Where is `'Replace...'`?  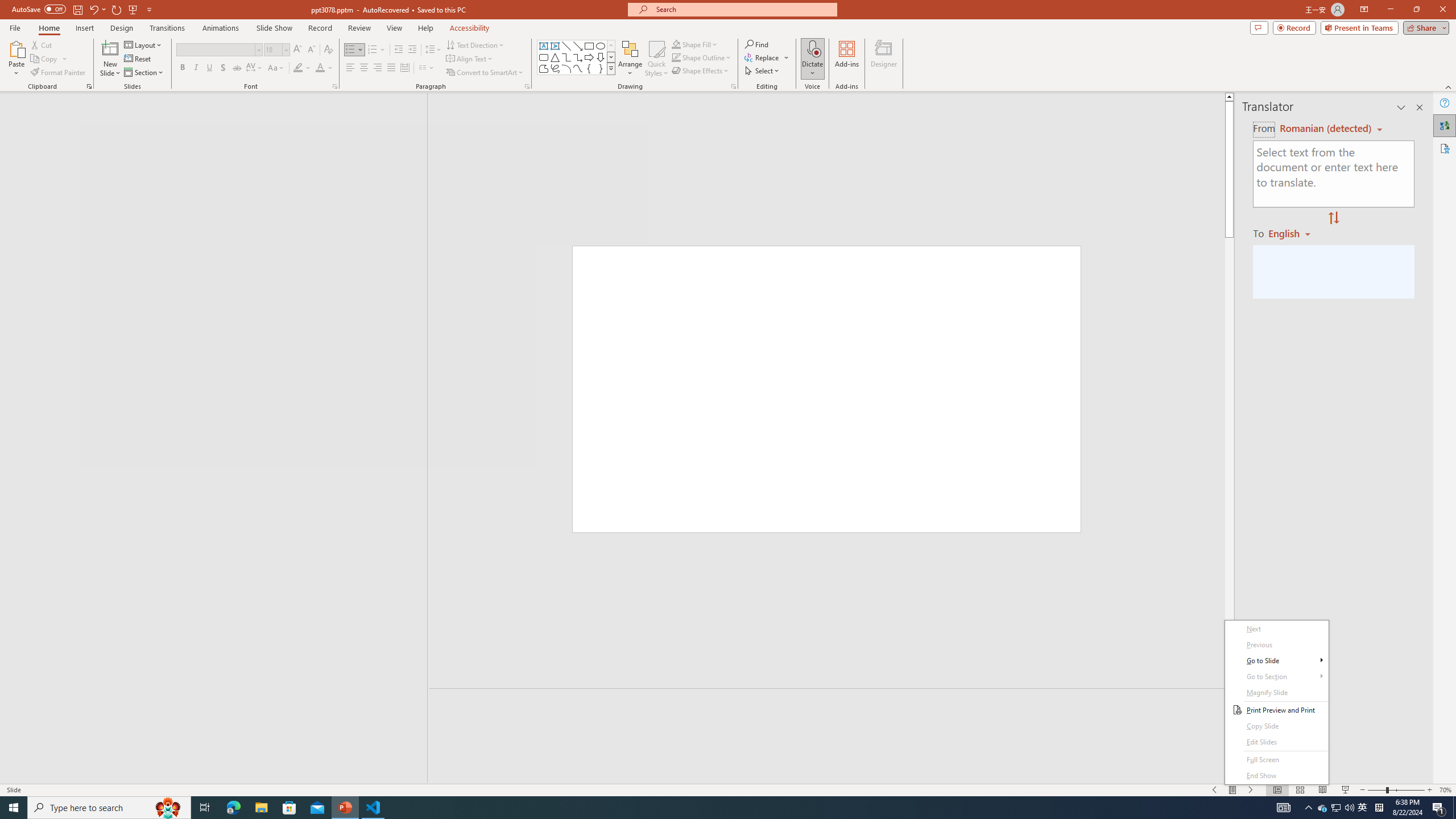
'Replace...' is located at coordinates (763, 56).